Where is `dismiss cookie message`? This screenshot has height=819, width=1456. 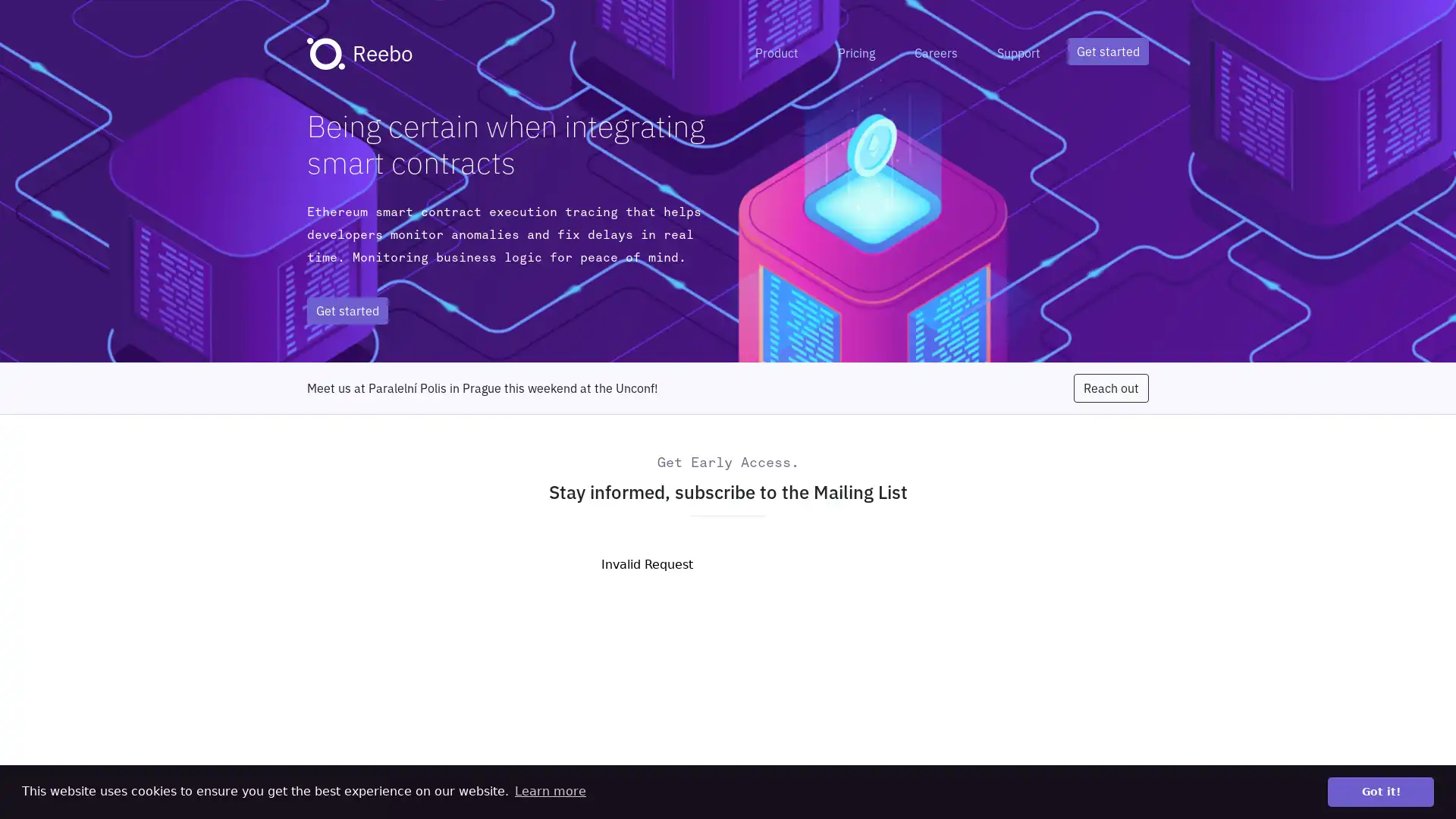 dismiss cookie message is located at coordinates (1380, 791).